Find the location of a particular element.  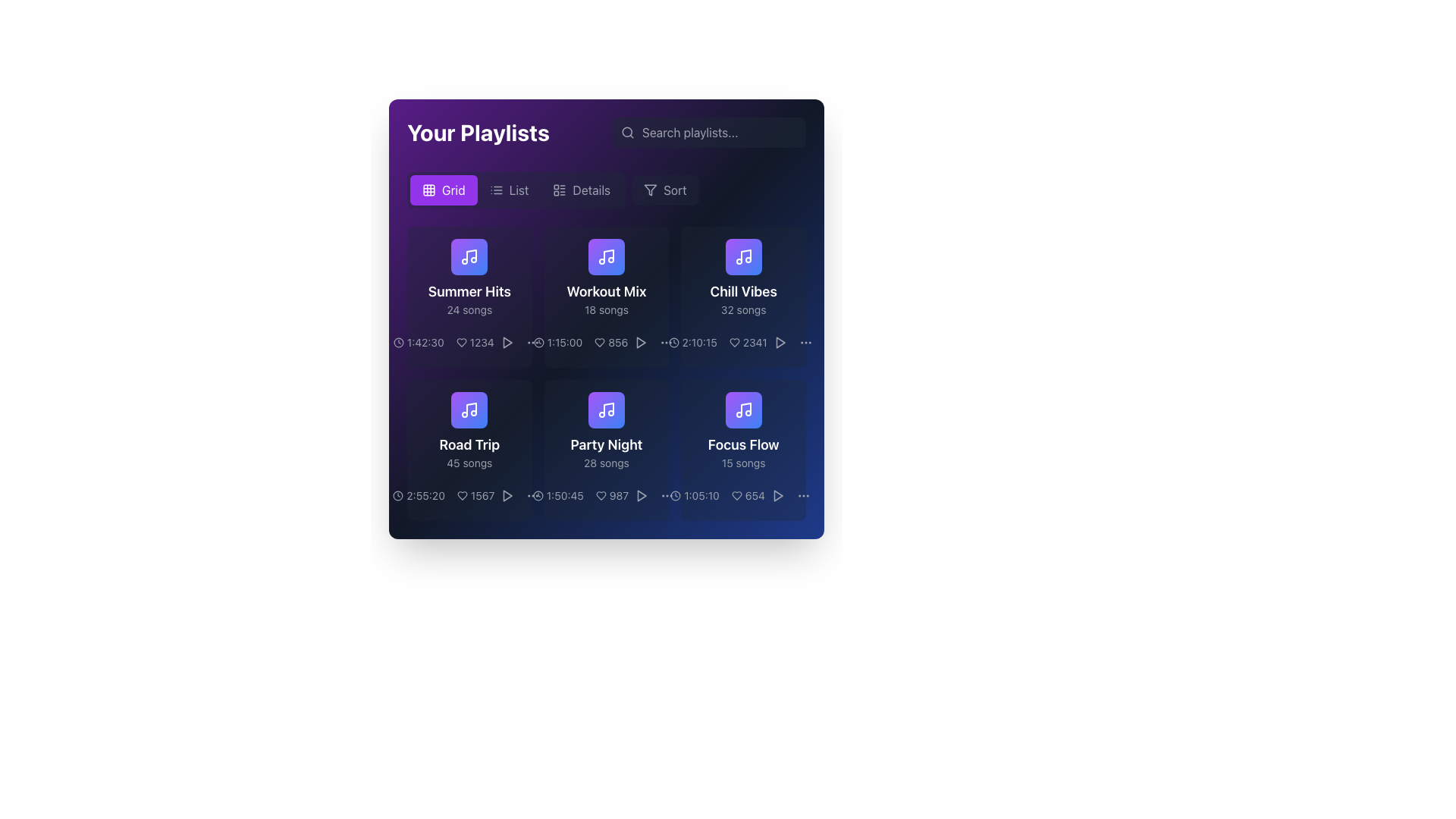

the 'Summer Hits' playlist icon located in the top-left corner of the grid layout displaying playlists is located at coordinates (469, 256).